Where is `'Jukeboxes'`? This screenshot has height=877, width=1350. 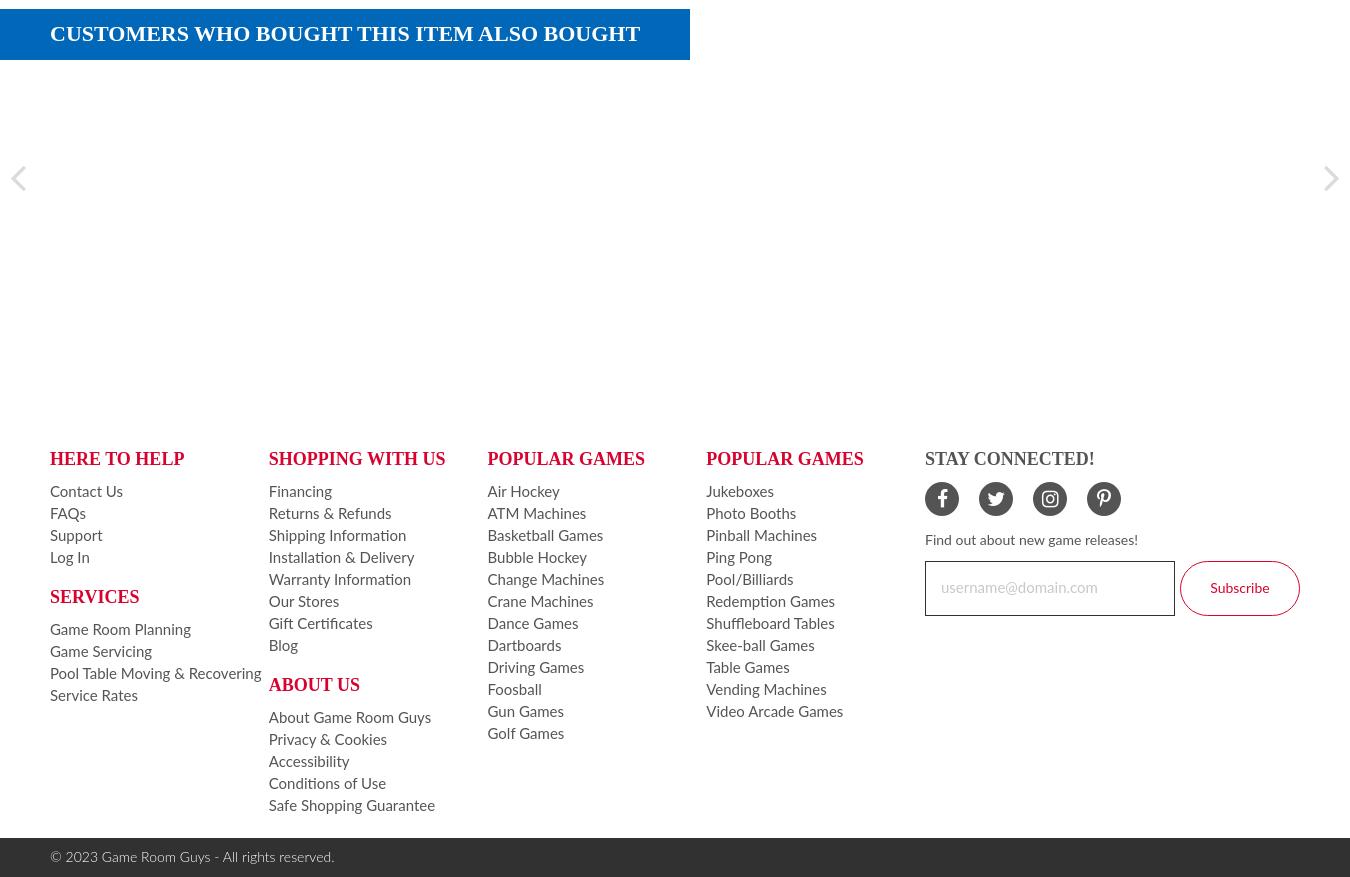
'Jukeboxes' is located at coordinates (738, 490).